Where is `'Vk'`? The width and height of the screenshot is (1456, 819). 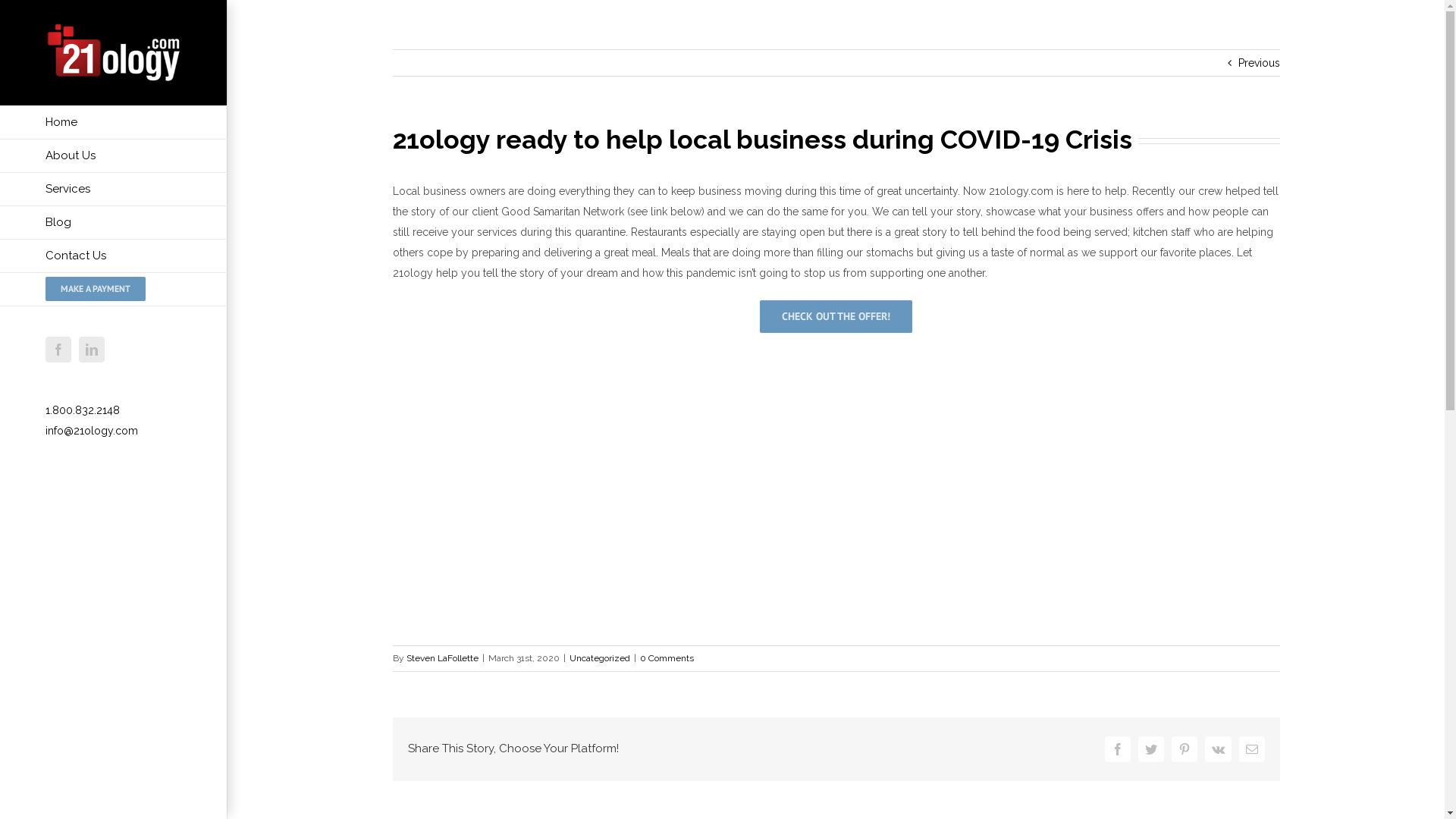
'Vk' is located at coordinates (1217, 748).